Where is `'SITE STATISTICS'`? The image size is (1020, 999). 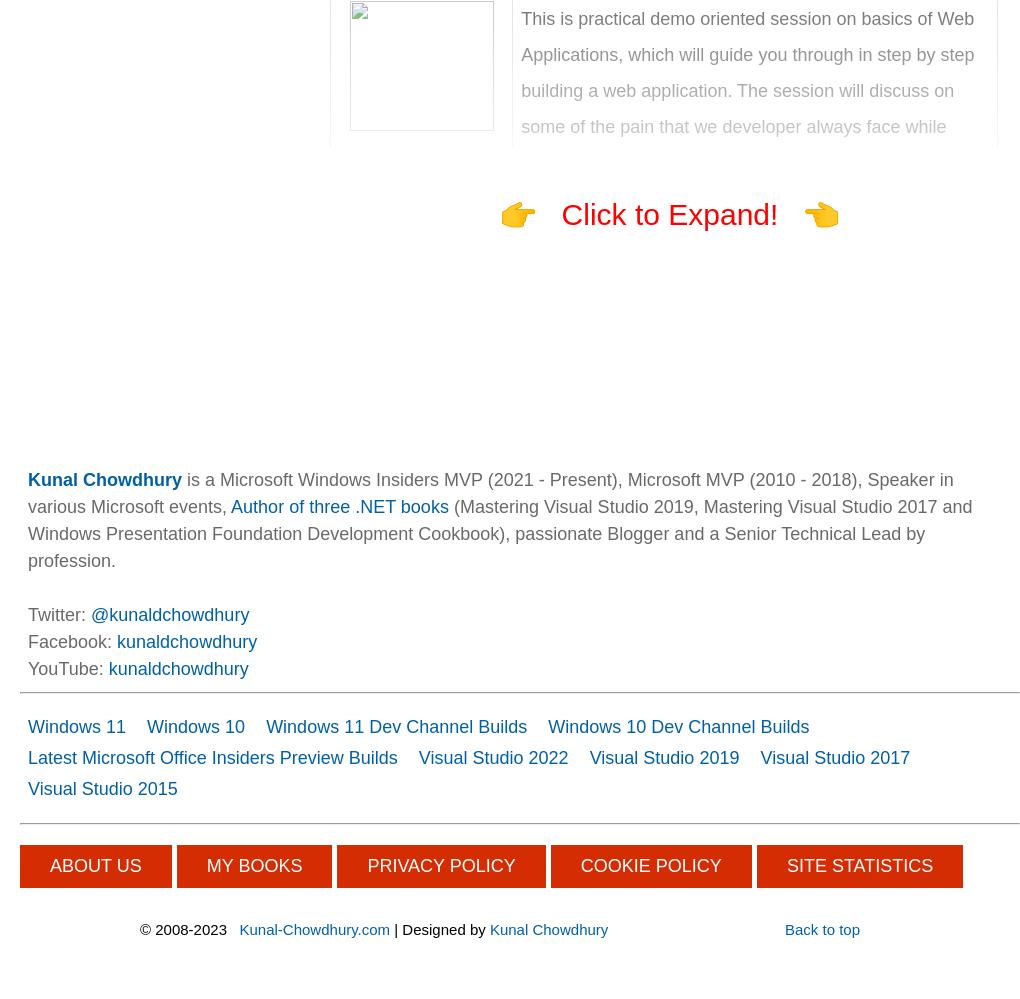
'SITE STATISTICS' is located at coordinates (858, 865).